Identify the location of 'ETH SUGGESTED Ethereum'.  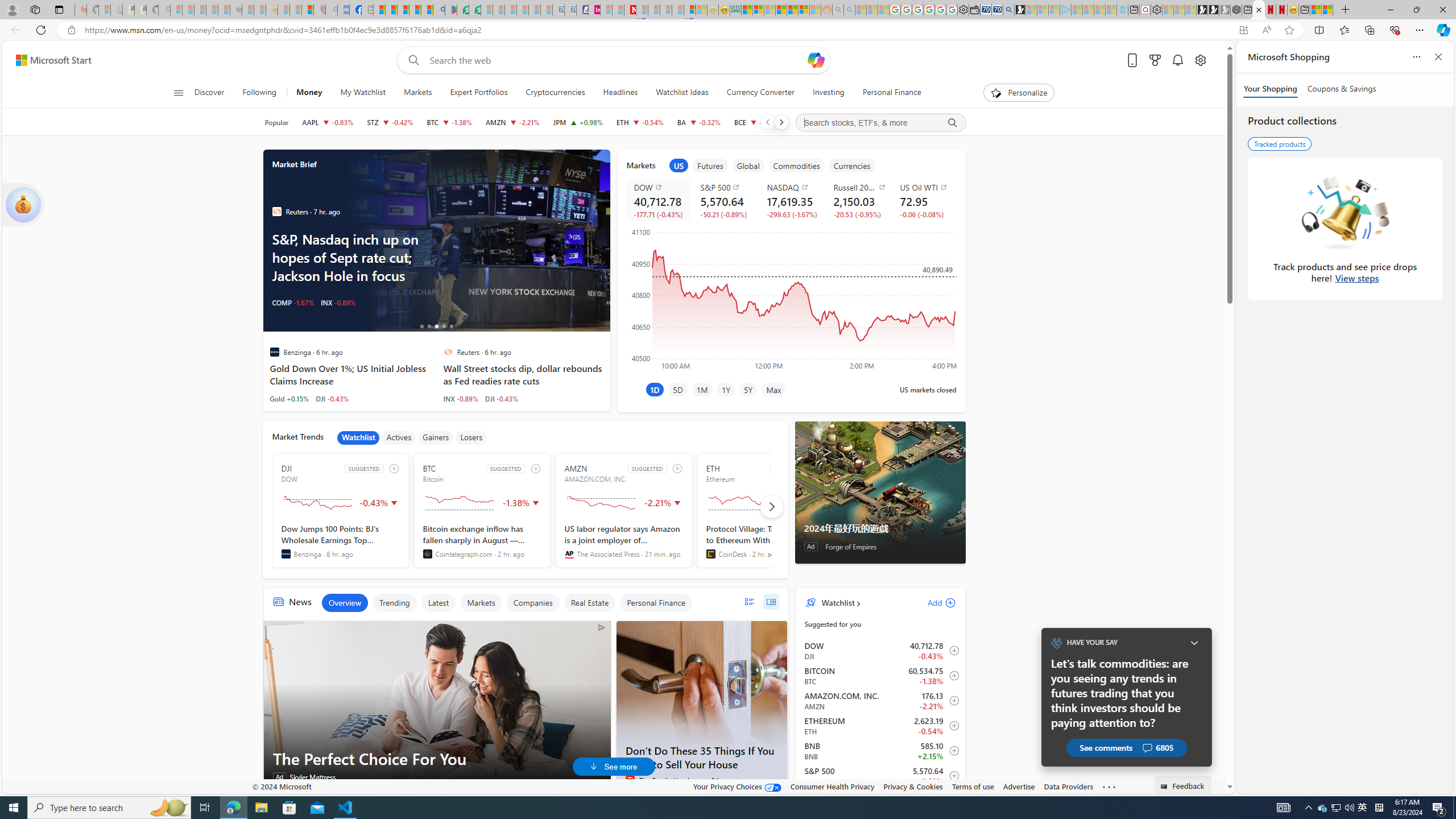
(765, 510).